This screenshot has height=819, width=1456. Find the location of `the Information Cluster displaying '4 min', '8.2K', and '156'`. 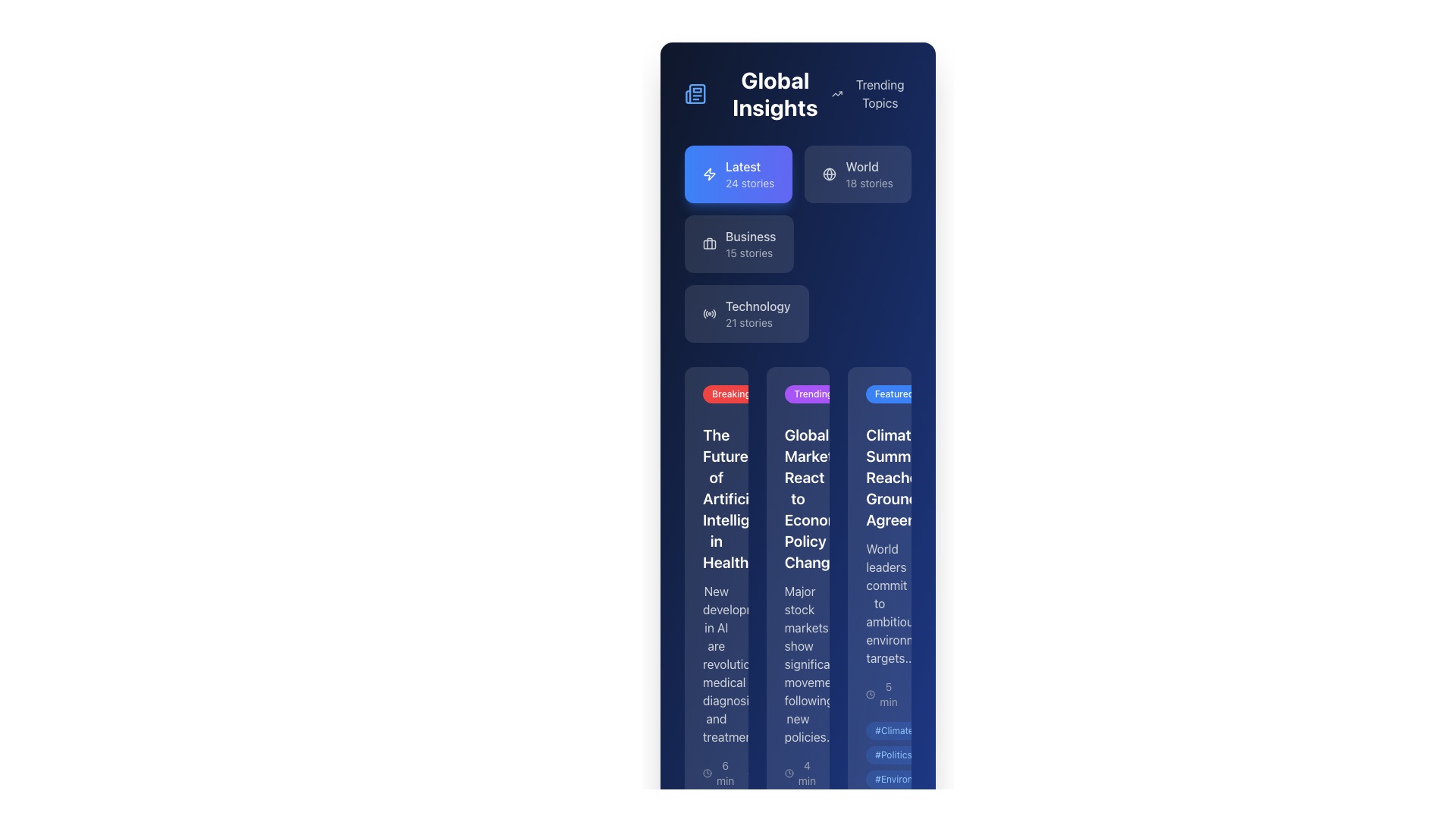

the Information Cluster displaying '4 min', '8.2K', and '156' is located at coordinates (847, 773).